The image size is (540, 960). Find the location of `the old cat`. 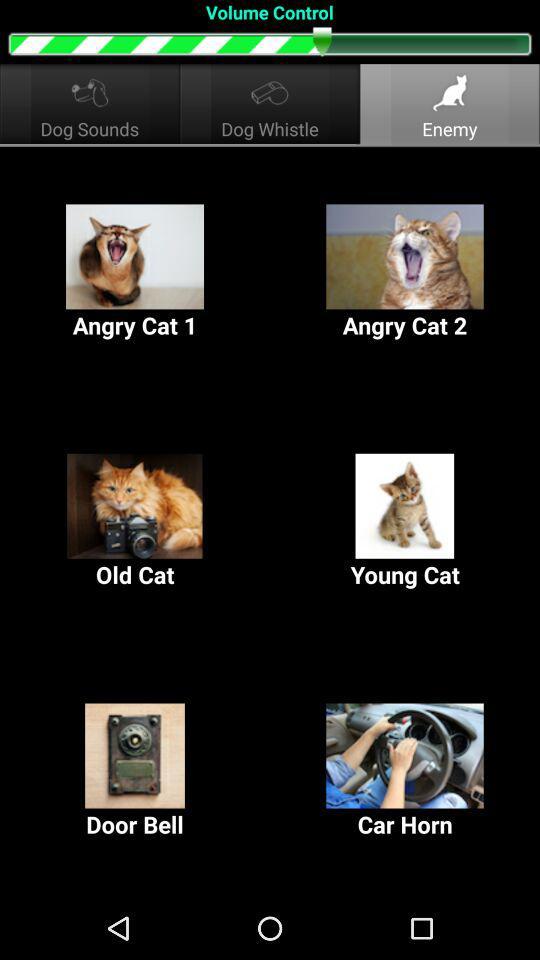

the old cat is located at coordinates (135, 521).